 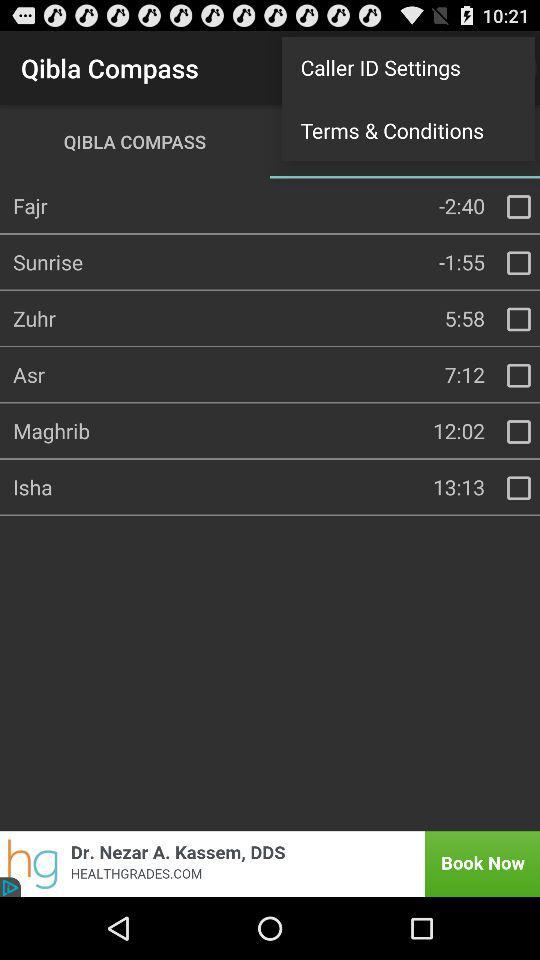 I want to click on button image, so click(x=518, y=432).